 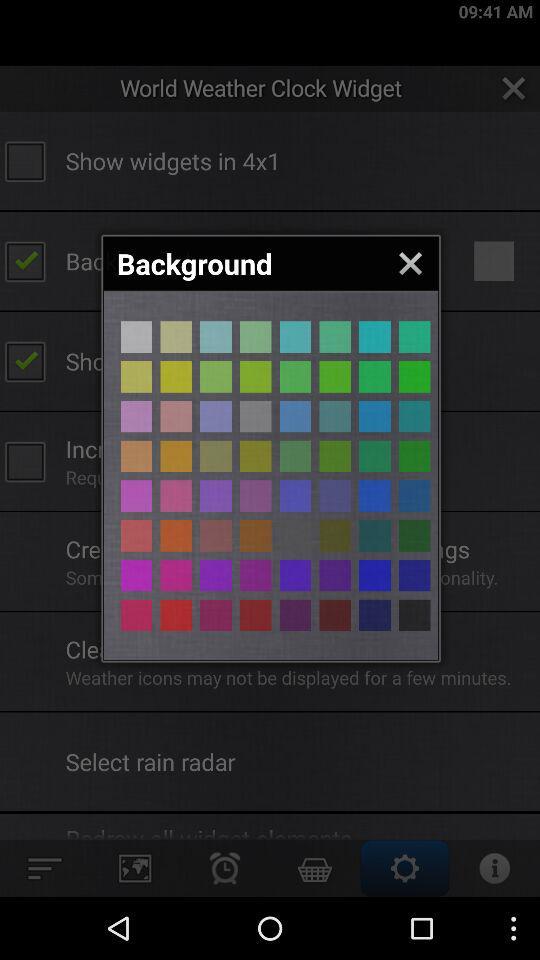 What do you see at coordinates (335, 614) in the screenshot?
I see `bockgrount colour selecting` at bounding box center [335, 614].